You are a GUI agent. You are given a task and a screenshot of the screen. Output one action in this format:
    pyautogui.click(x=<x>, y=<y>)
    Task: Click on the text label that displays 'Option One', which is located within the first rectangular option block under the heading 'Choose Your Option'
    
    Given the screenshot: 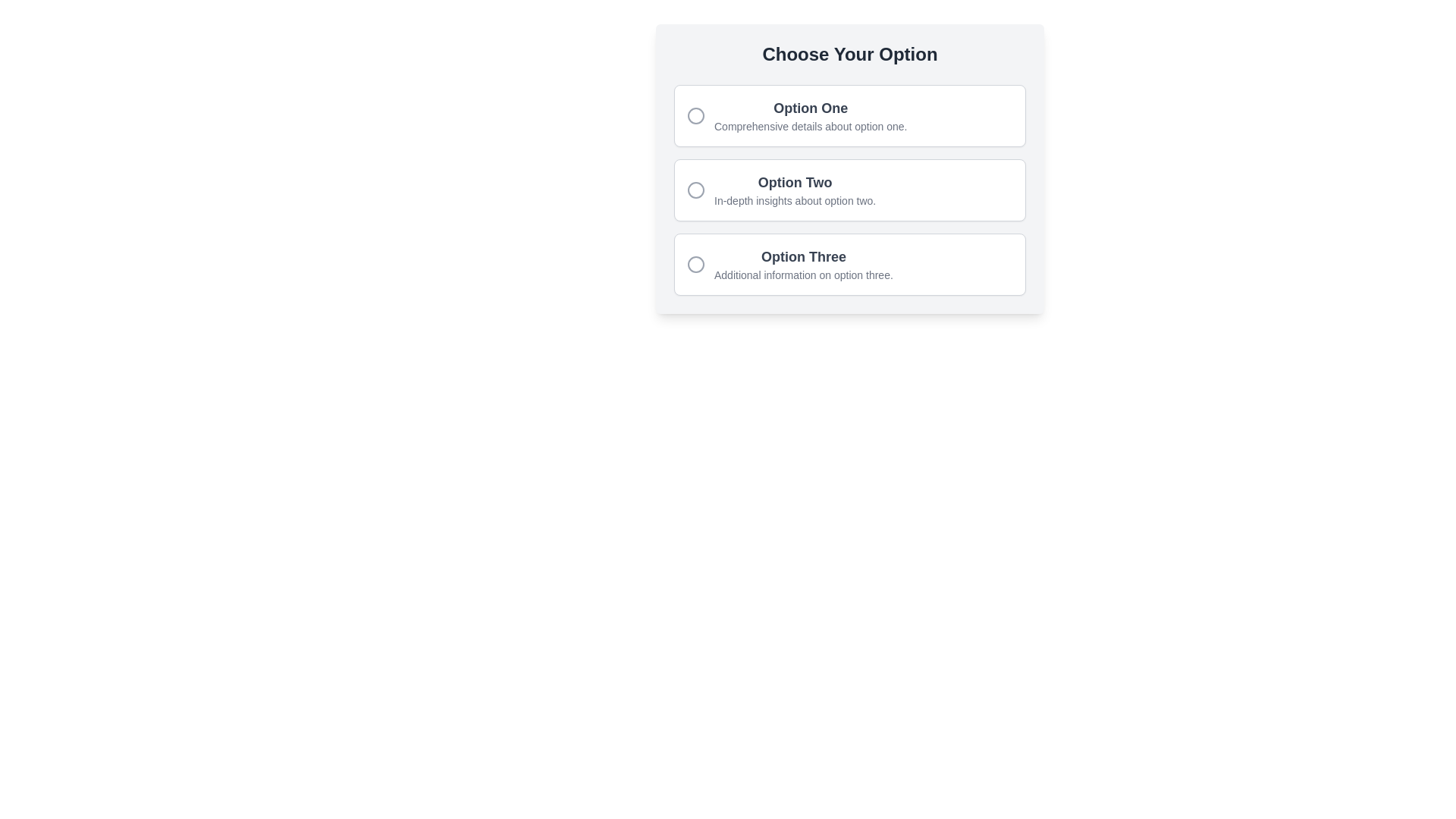 What is the action you would take?
    pyautogui.click(x=810, y=107)
    